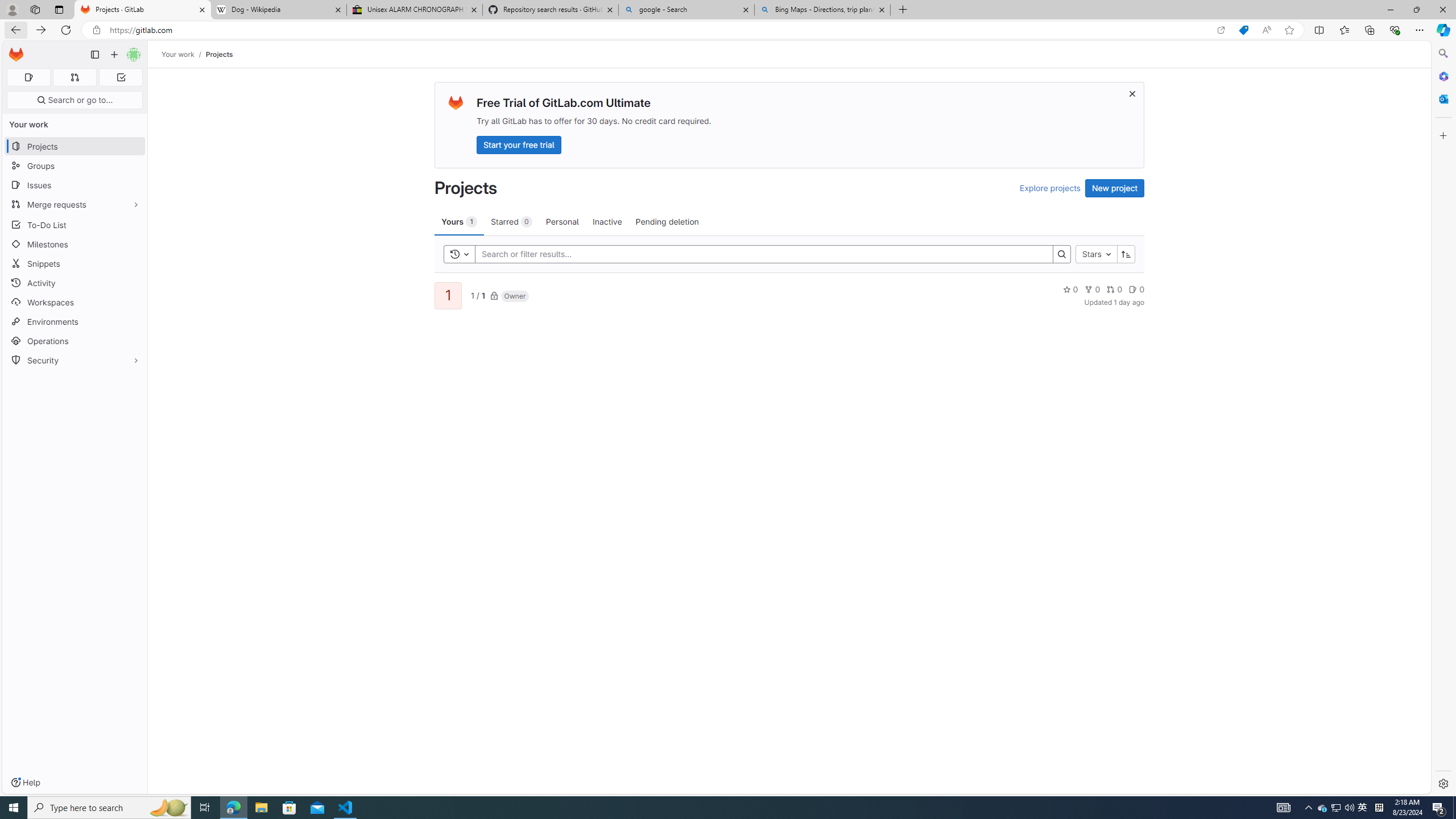 The width and height of the screenshot is (1456, 819). Describe the element at coordinates (1114, 187) in the screenshot. I see `'New project'` at that location.